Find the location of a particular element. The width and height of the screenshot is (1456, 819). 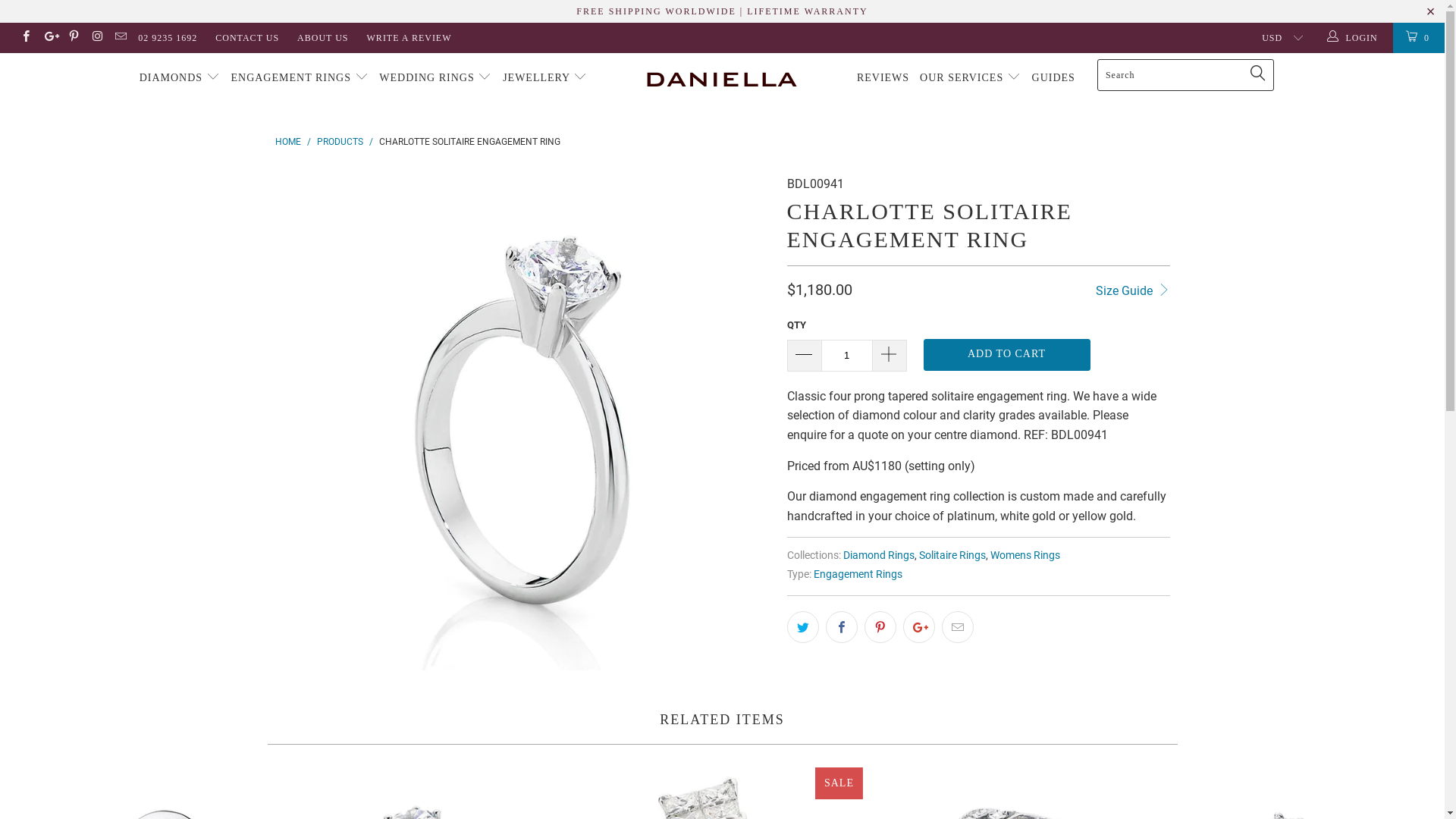

'JEWELLERY' is located at coordinates (545, 78).